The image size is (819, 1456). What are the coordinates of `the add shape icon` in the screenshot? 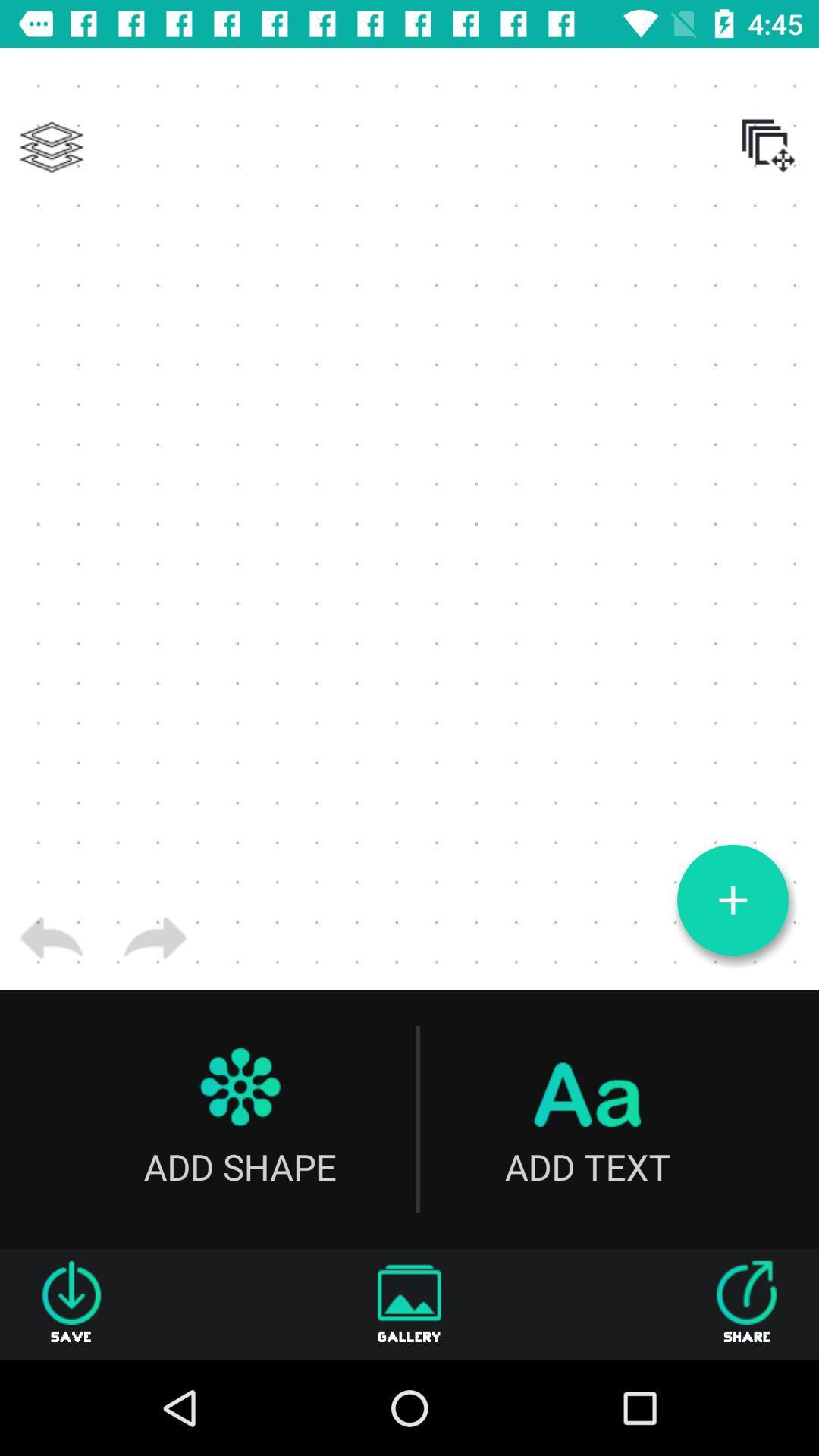 It's located at (239, 1119).